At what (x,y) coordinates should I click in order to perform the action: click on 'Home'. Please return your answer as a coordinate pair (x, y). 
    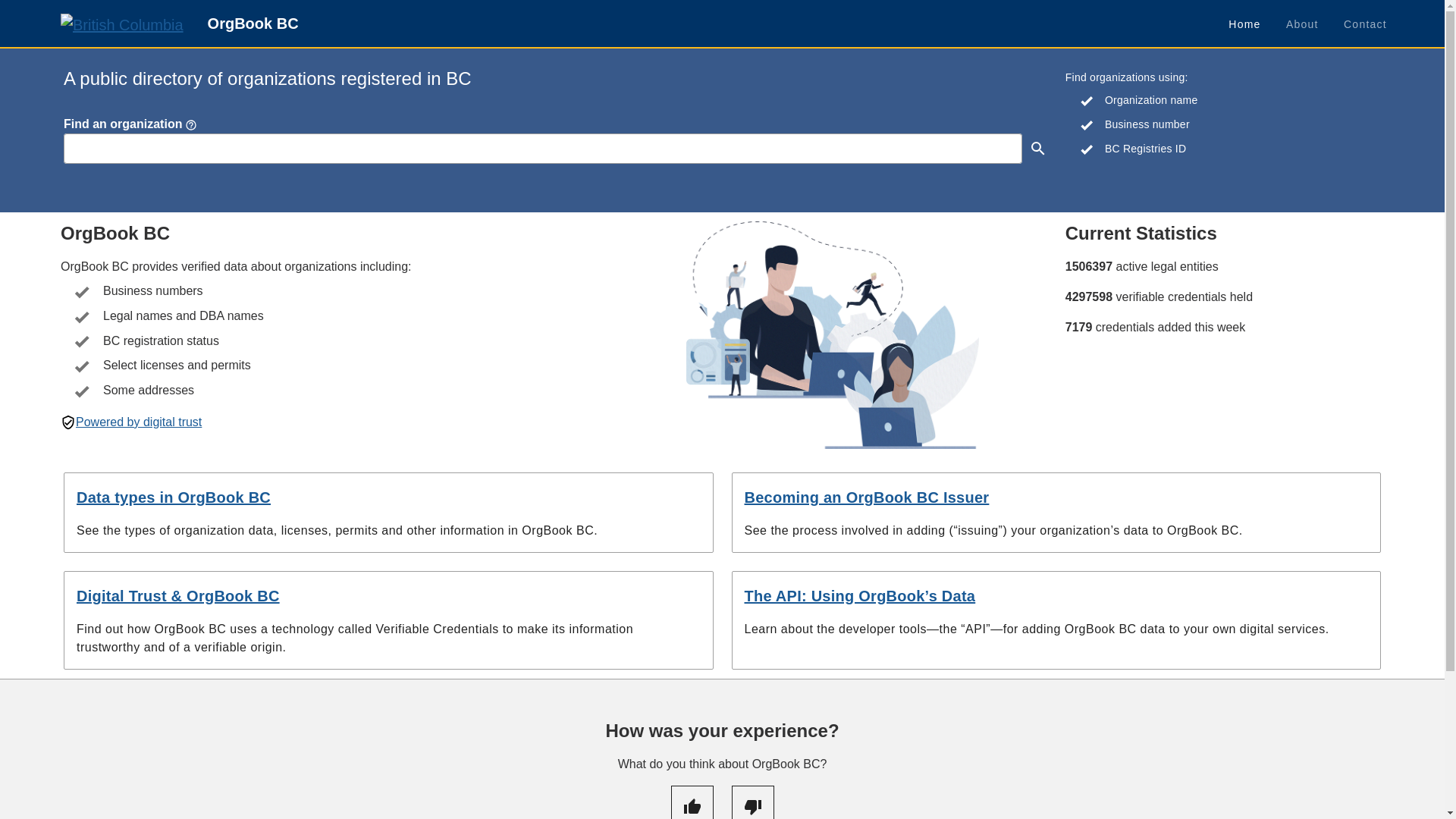
    Looking at the image, I should click on (1244, 24).